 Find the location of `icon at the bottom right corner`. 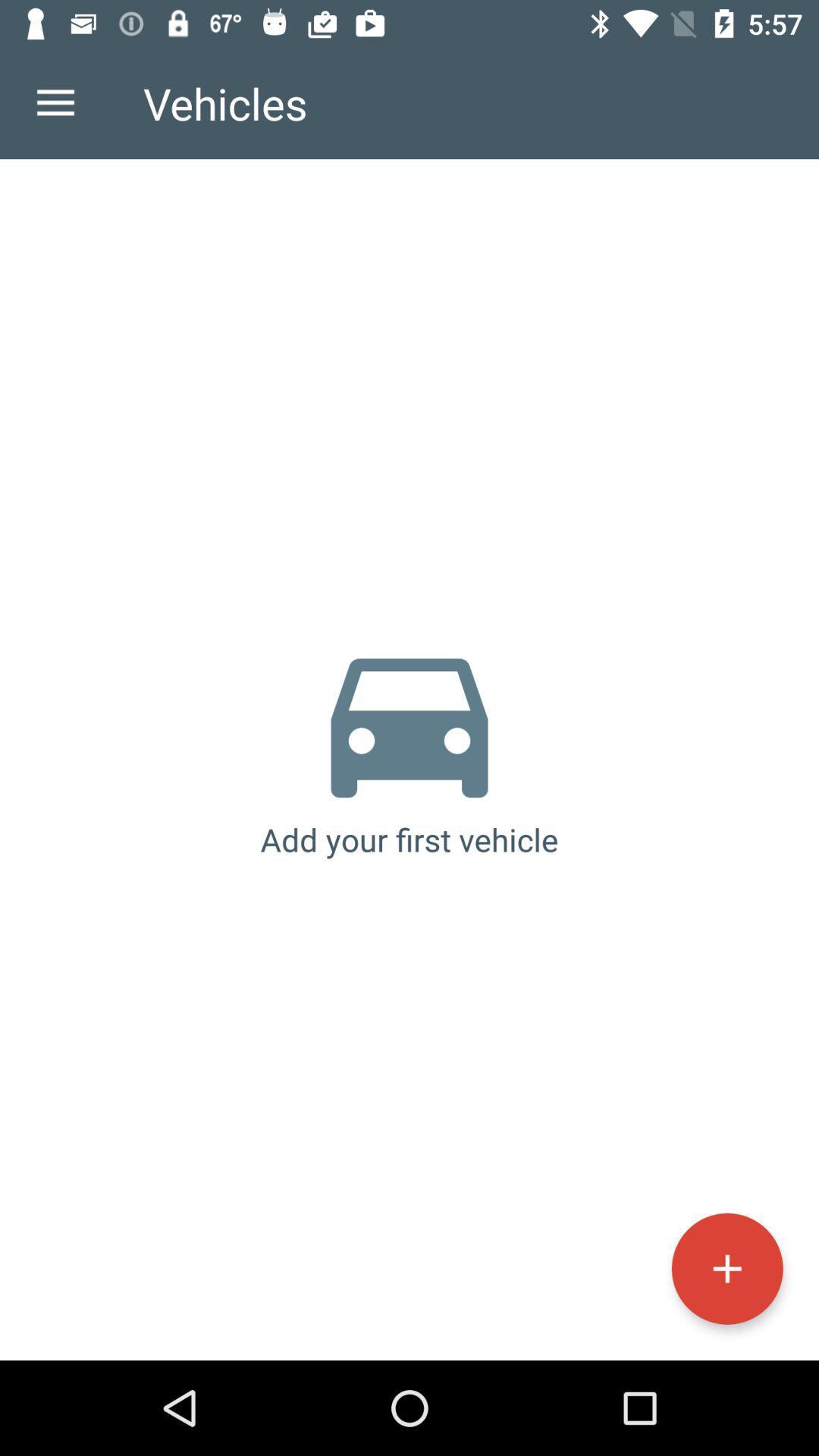

icon at the bottom right corner is located at coordinates (726, 1269).